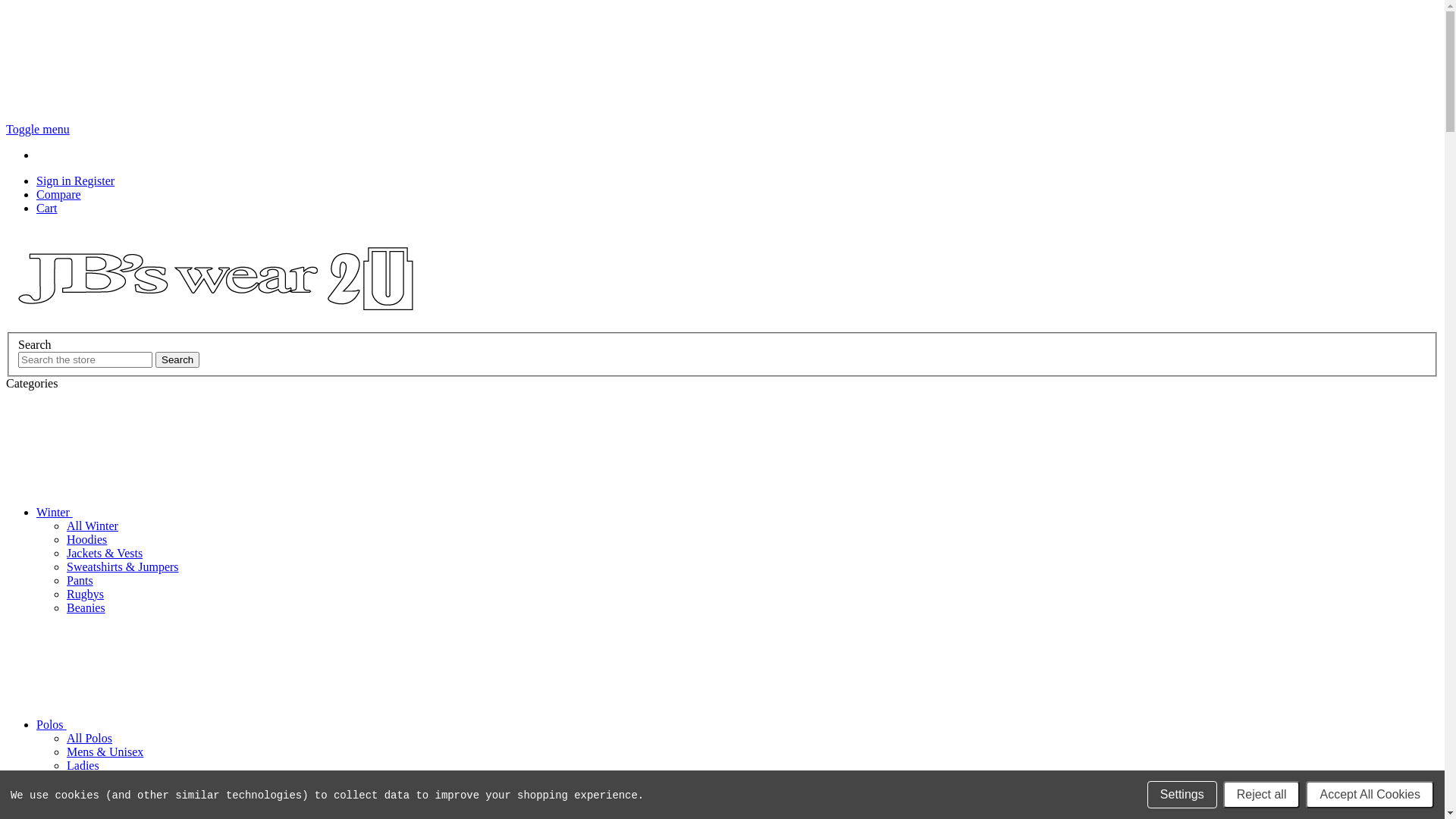 The width and height of the screenshot is (1456, 819). I want to click on 'All Polos', so click(65, 737).